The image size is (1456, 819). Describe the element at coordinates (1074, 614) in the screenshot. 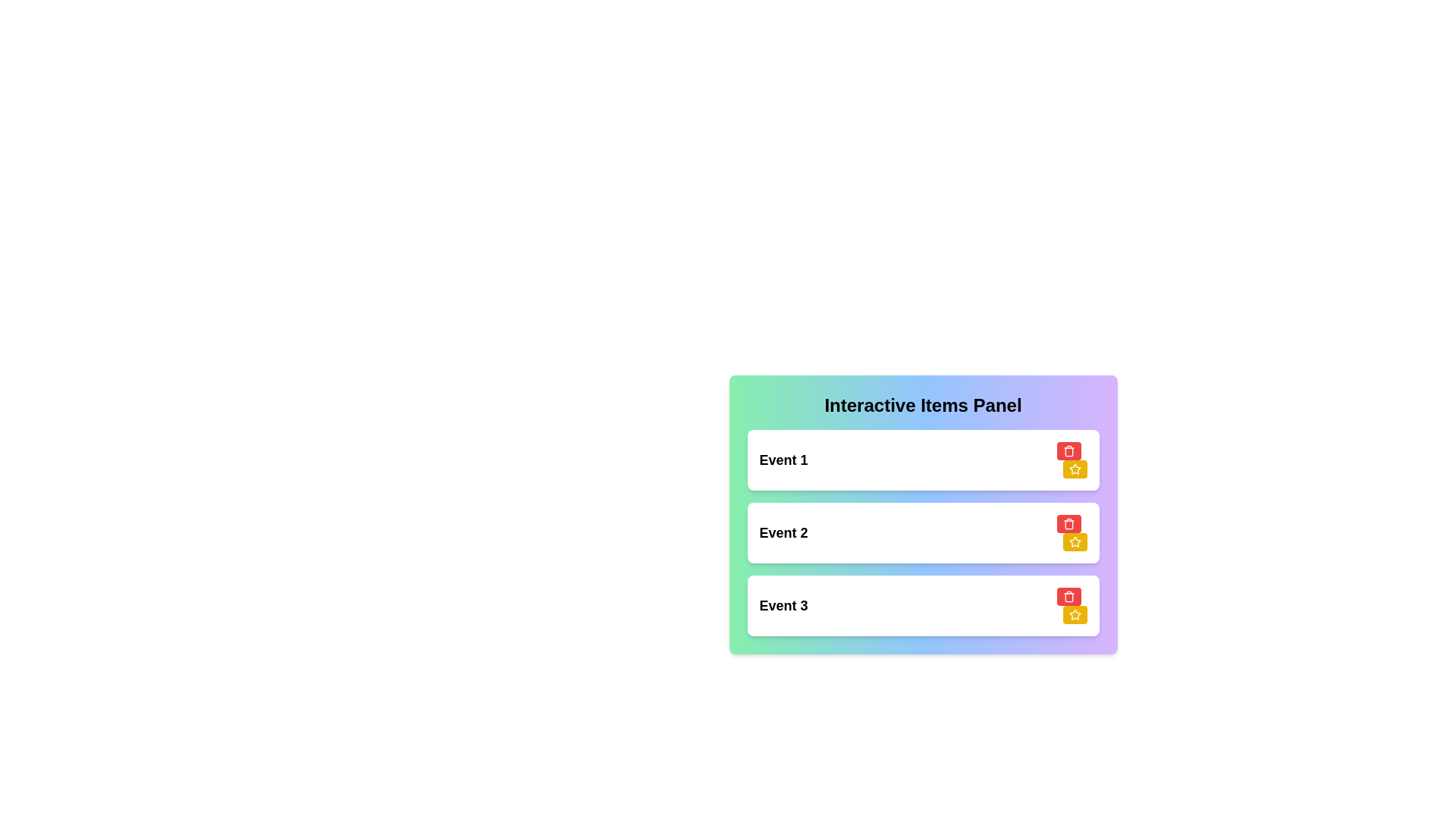

I see `the icon button with a yellow background that marks or rates 'Event 2' as a favorite` at that location.